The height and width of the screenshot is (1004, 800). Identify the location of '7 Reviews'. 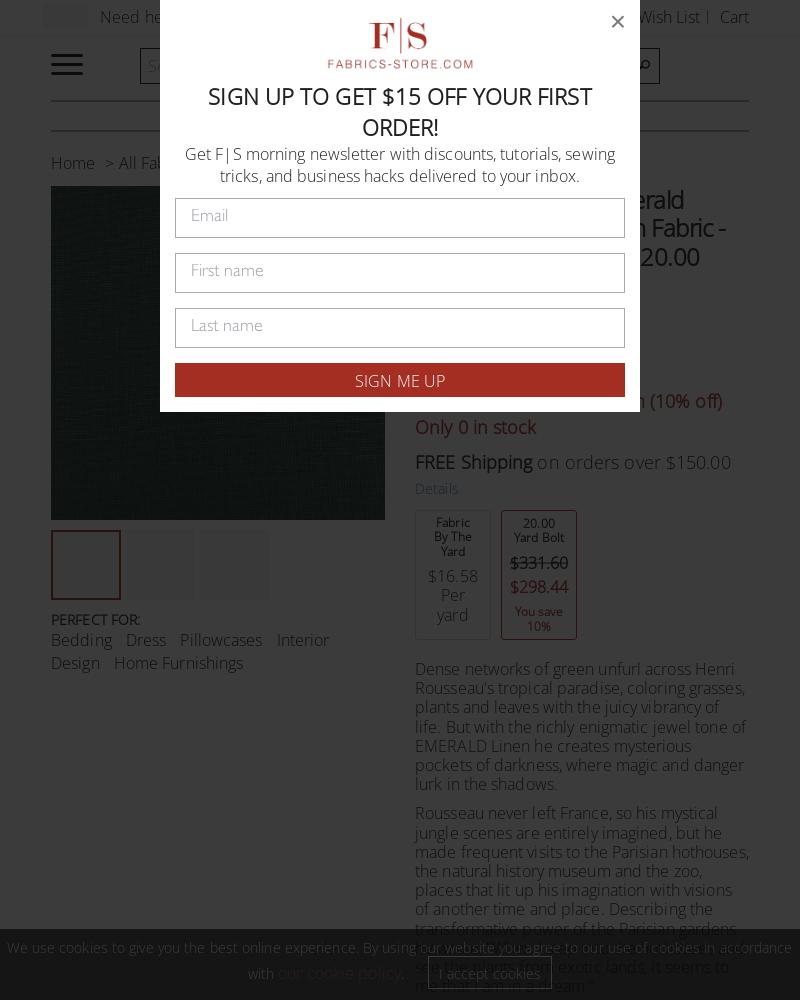
(530, 319).